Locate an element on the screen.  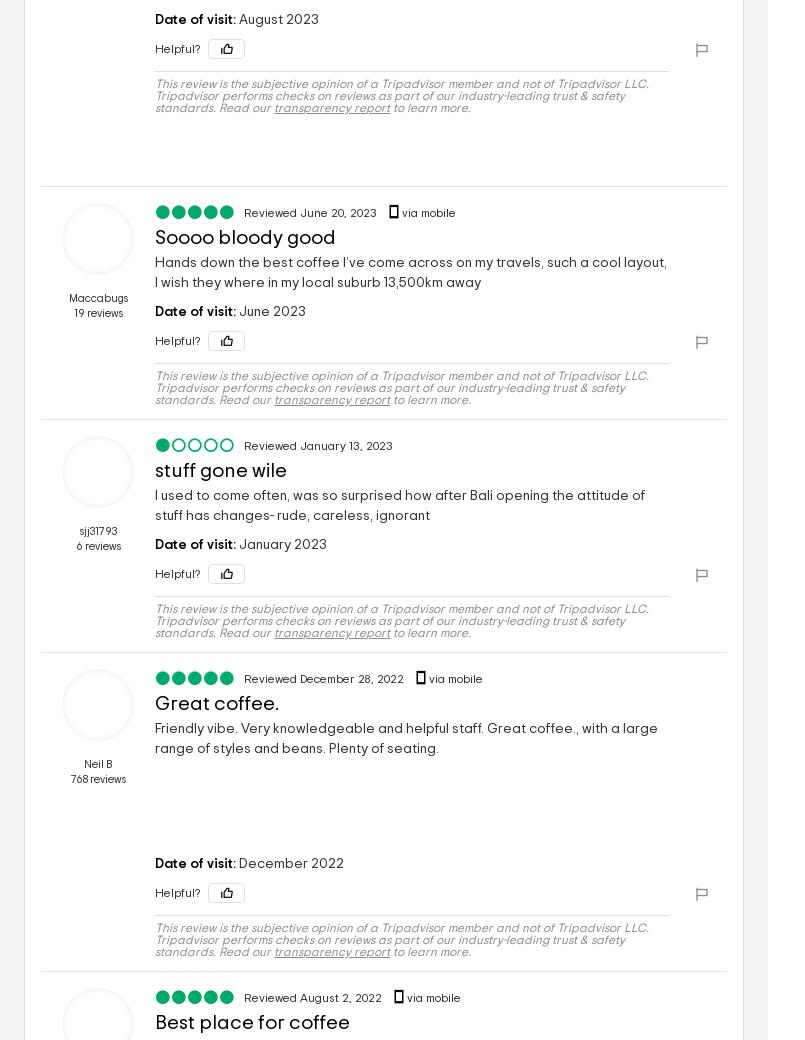
'Reviewed June 20, 2023' is located at coordinates (311, 212).